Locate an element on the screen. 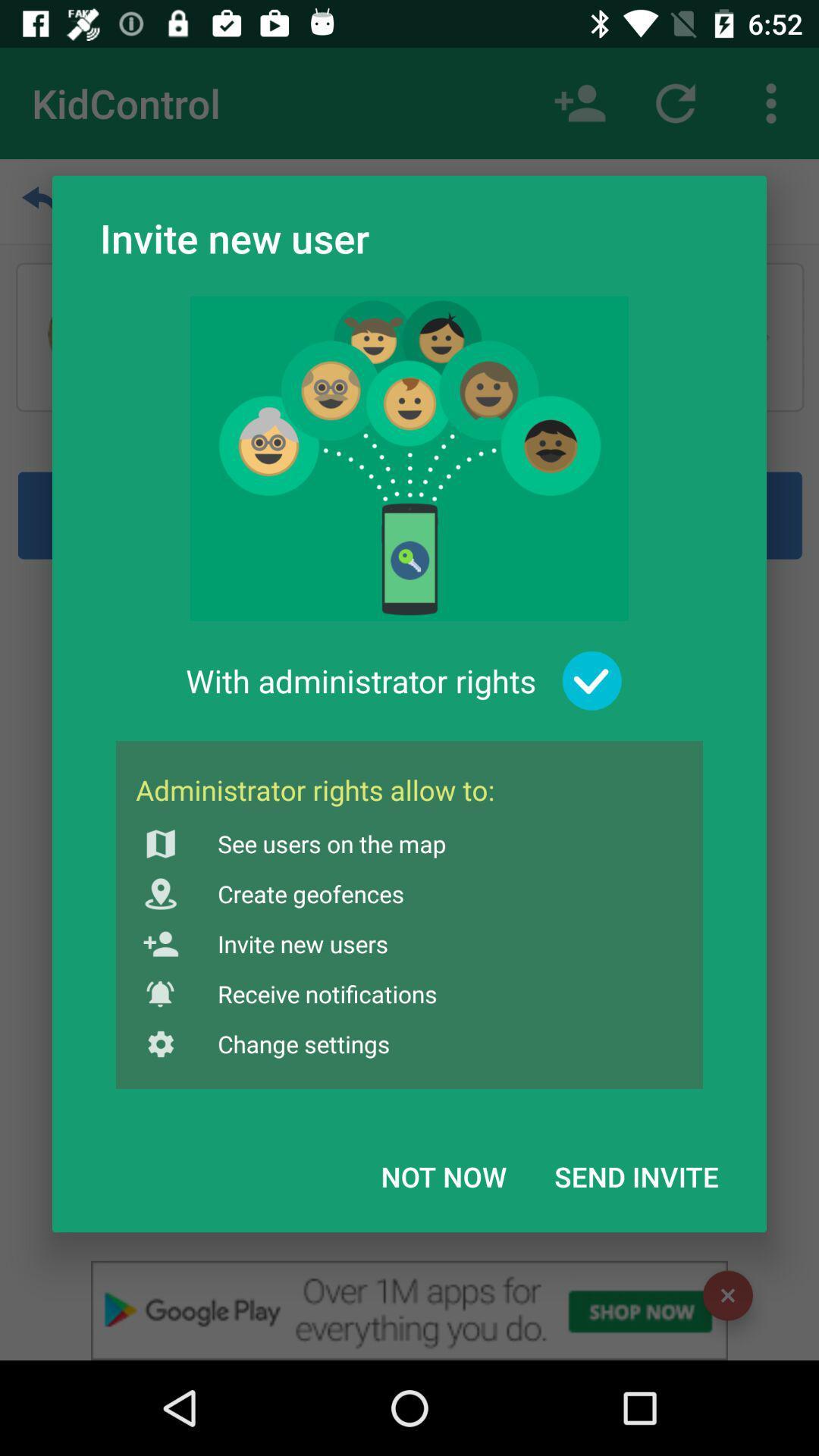 This screenshot has height=1456, width=819. item on the right is located at coordinates (591, 680).